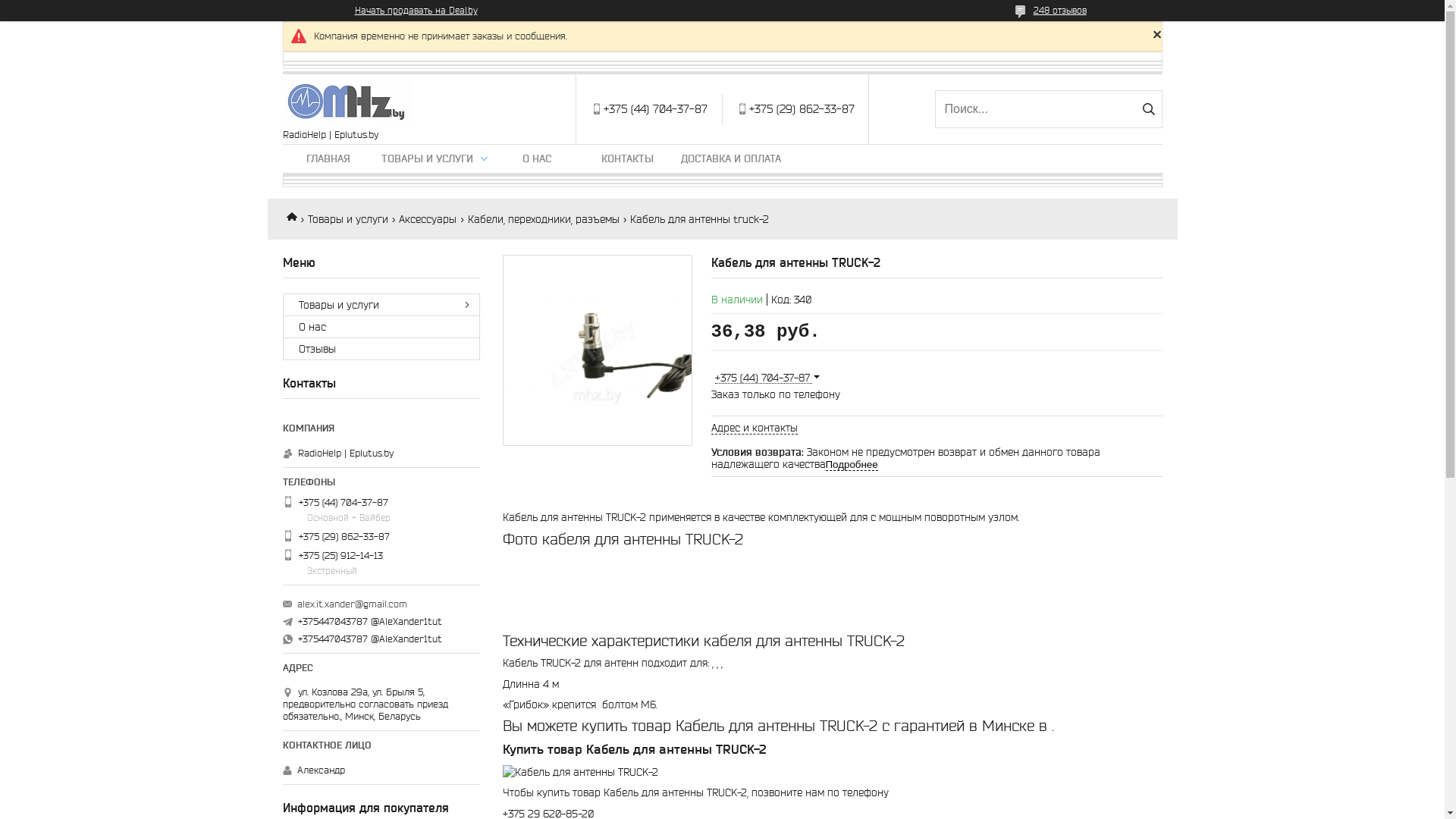 The width and height of the screenshot is (1456, 819). I want to click on 'RadioHelp | Eplutus.by', so click(345, 102).